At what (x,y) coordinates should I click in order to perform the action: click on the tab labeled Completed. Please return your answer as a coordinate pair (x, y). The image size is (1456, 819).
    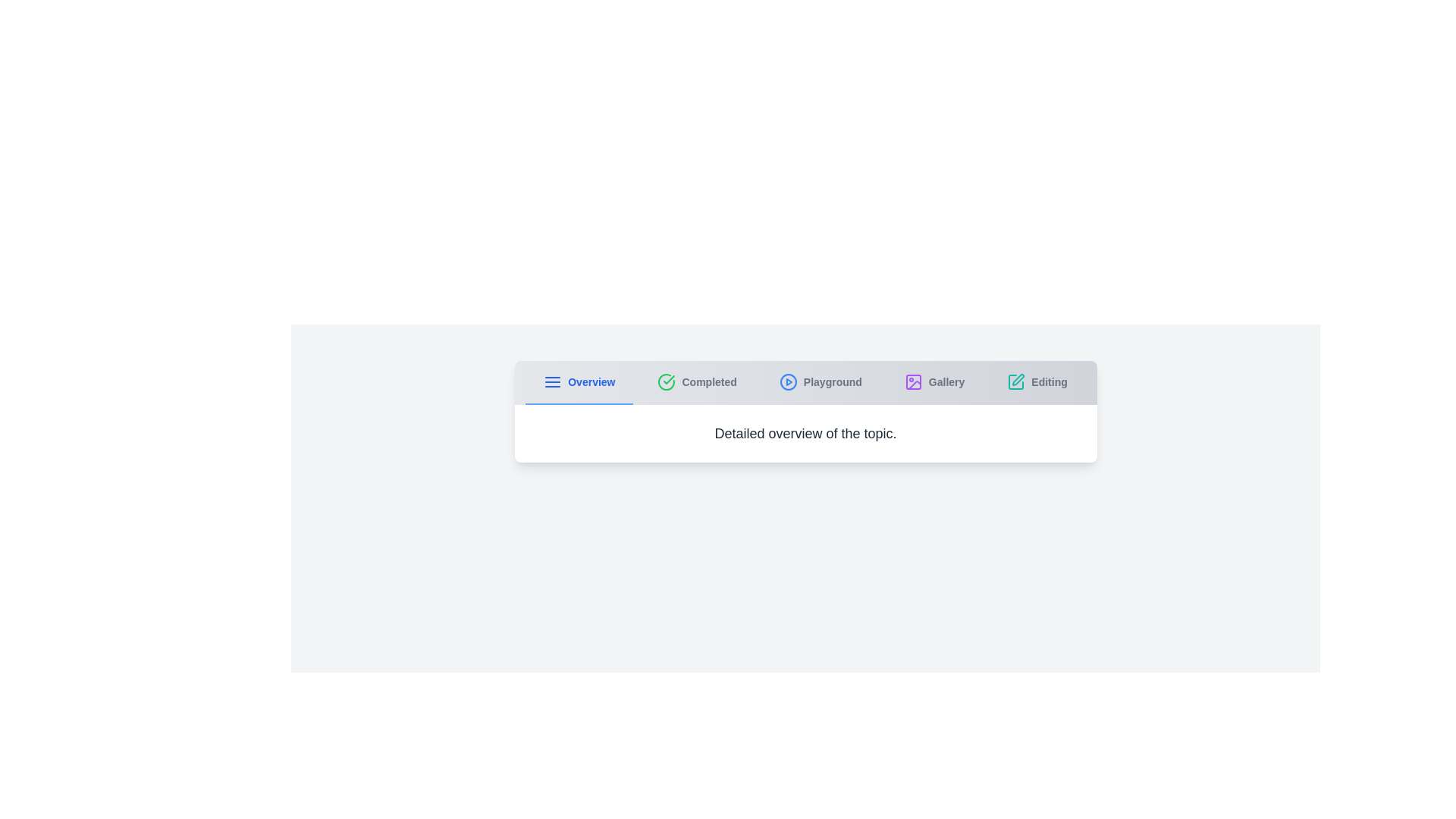
    Looking at the image, I should click on (696, 382).